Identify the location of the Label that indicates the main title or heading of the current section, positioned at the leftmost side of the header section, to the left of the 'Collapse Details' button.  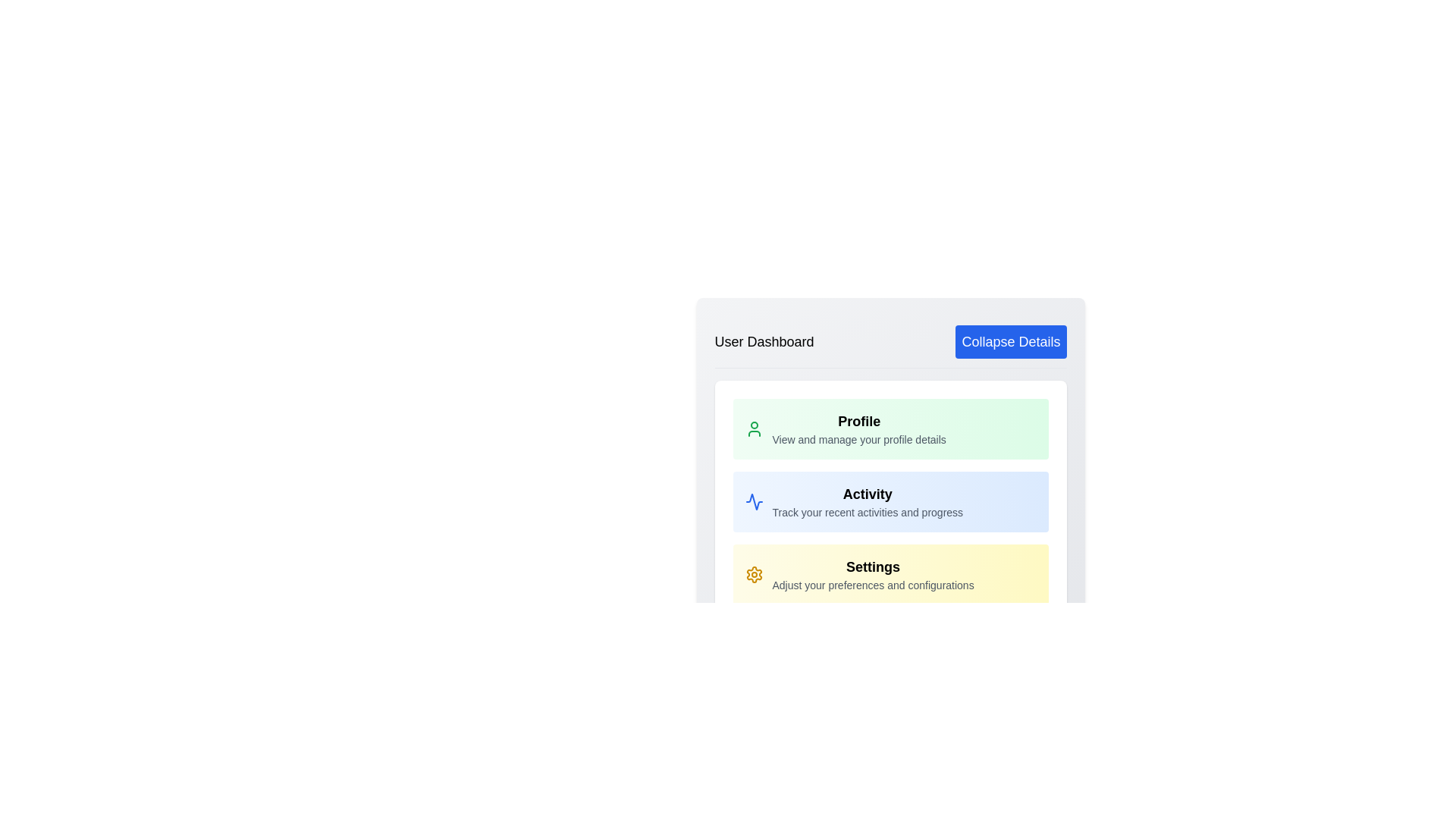
(764, 342).